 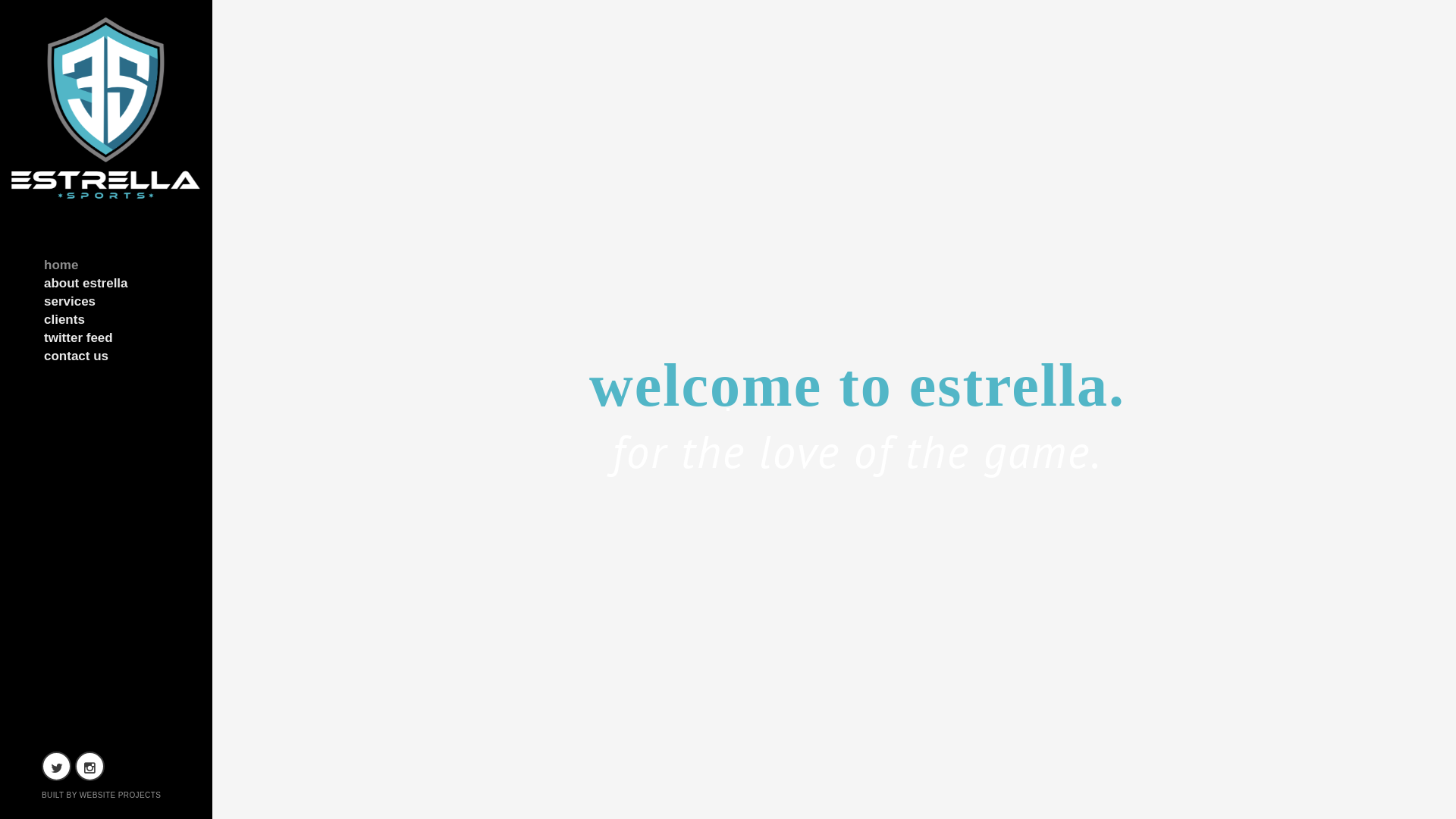 I want to click on 'WEBSITE PROJECTS', so click(x=119, y=794).